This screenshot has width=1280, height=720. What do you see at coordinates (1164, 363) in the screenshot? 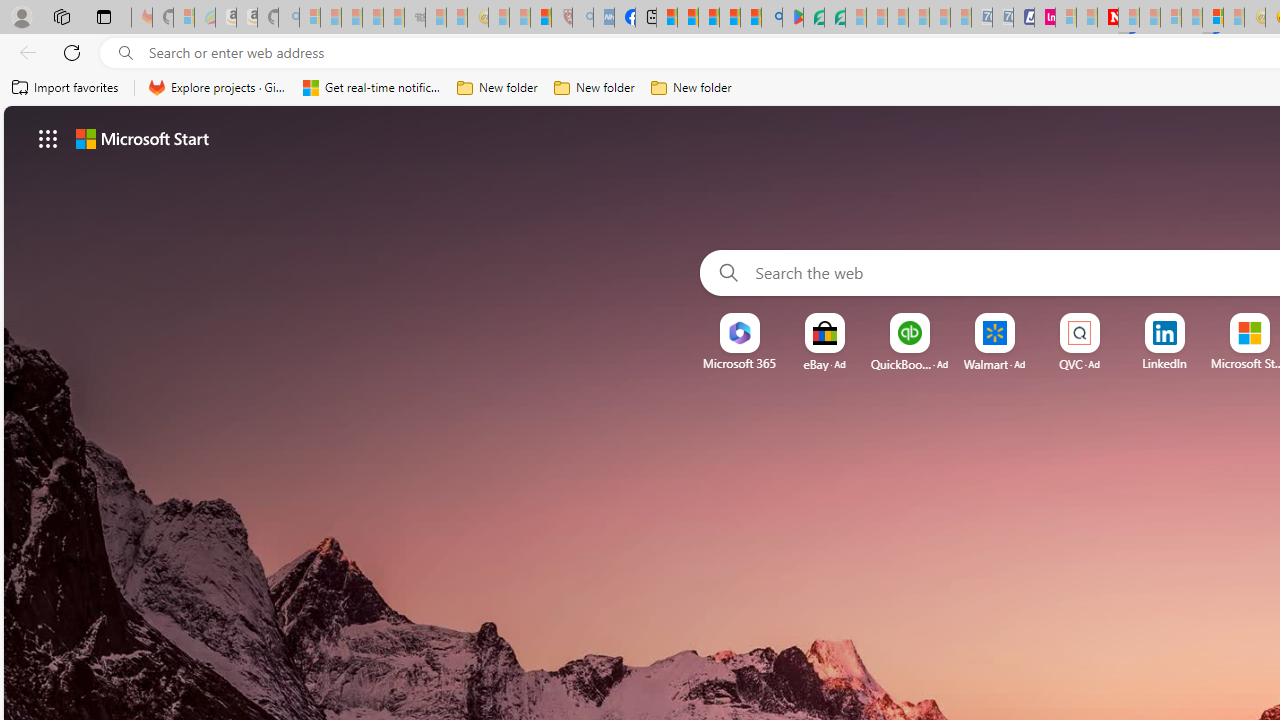
I see `'LinkedIn'` at bounding box center [1164, 363].